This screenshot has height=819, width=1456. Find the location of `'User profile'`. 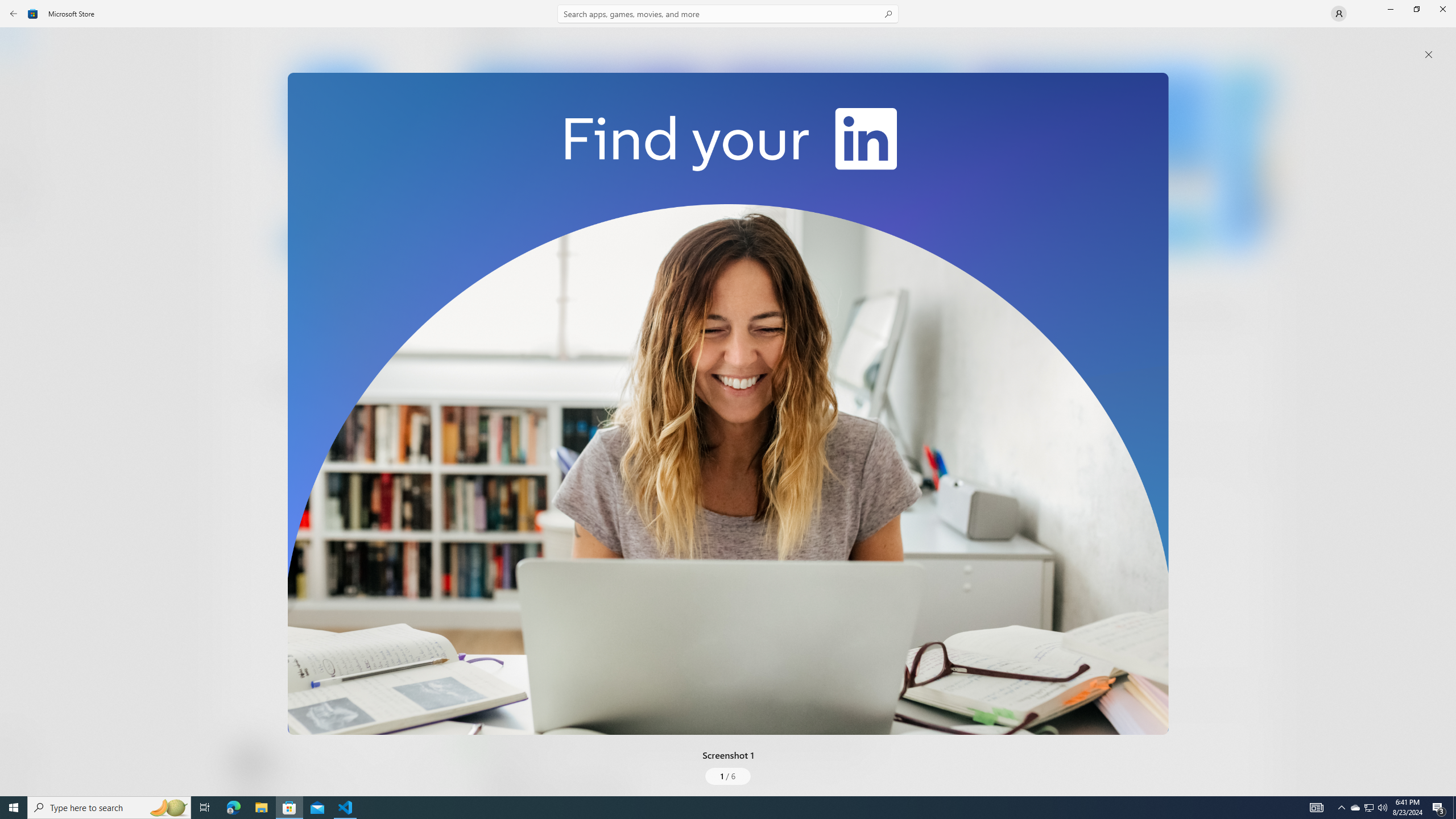

'User profile' is located at coordinates (1338, 13).